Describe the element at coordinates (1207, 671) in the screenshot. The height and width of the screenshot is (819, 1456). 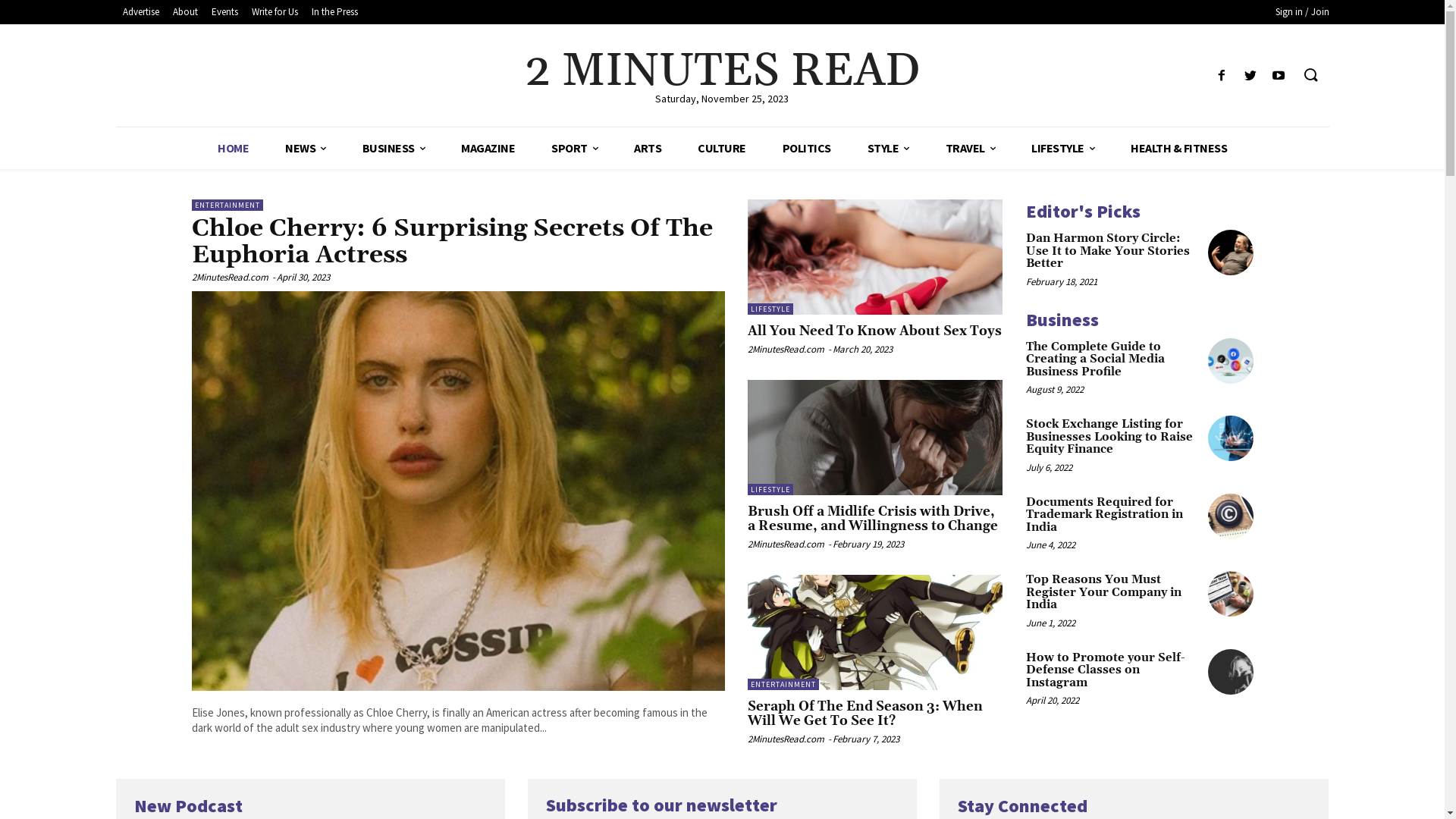
I see `'How to Promote your Self-Defense Classes on Instagram'` at that location.